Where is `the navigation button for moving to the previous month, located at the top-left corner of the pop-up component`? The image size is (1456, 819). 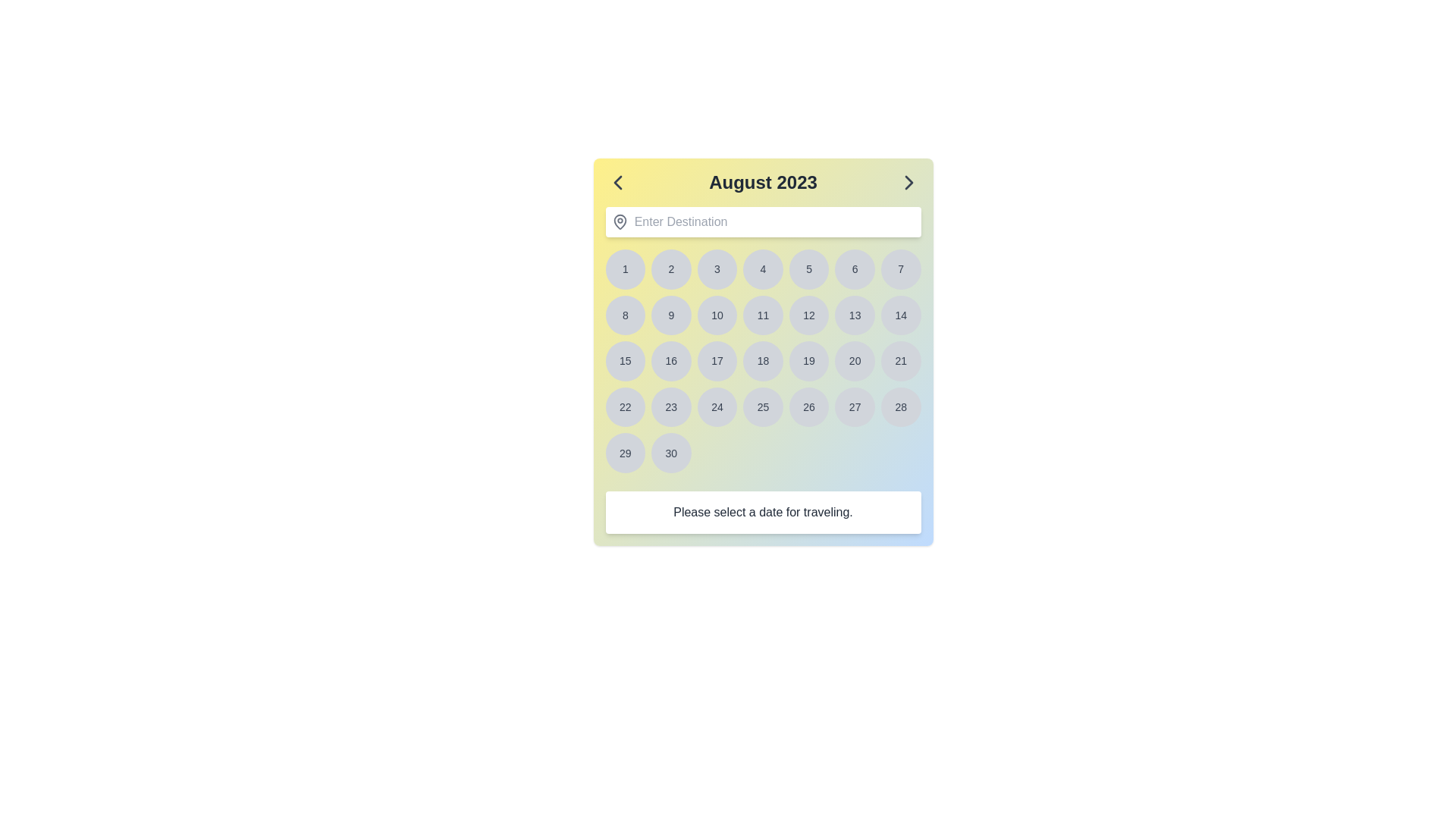
the navigation button for moving to the previous month, located at the top-left corner of the pop-up component is located at coordinates (617, 181).